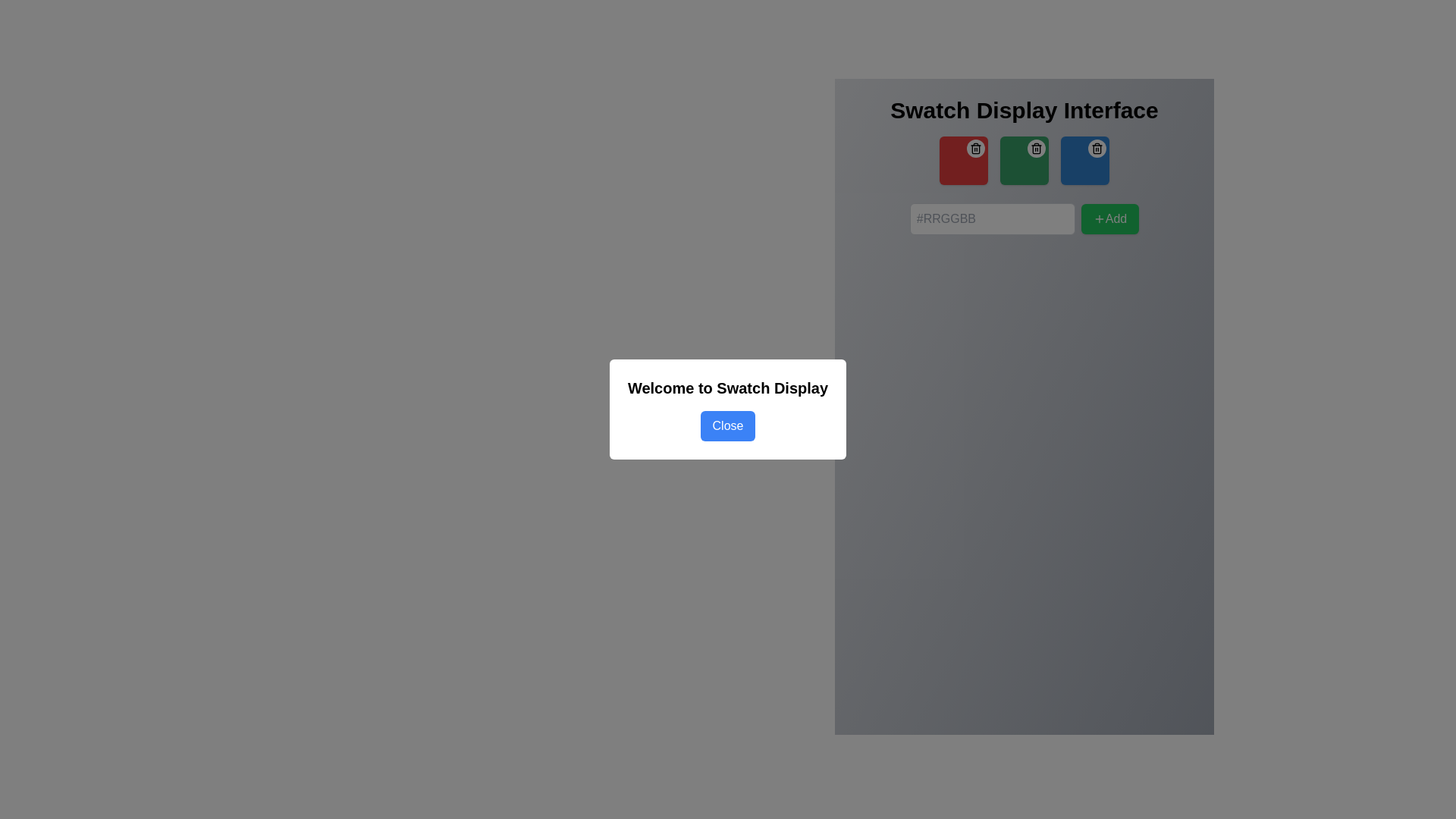 This screenshot has height=819, width=1456. I want to click on the green rectangular button labeled '+ Add' with a plus icon, located on the right side of the row, to observe its hover effects, so click(1110, 219).